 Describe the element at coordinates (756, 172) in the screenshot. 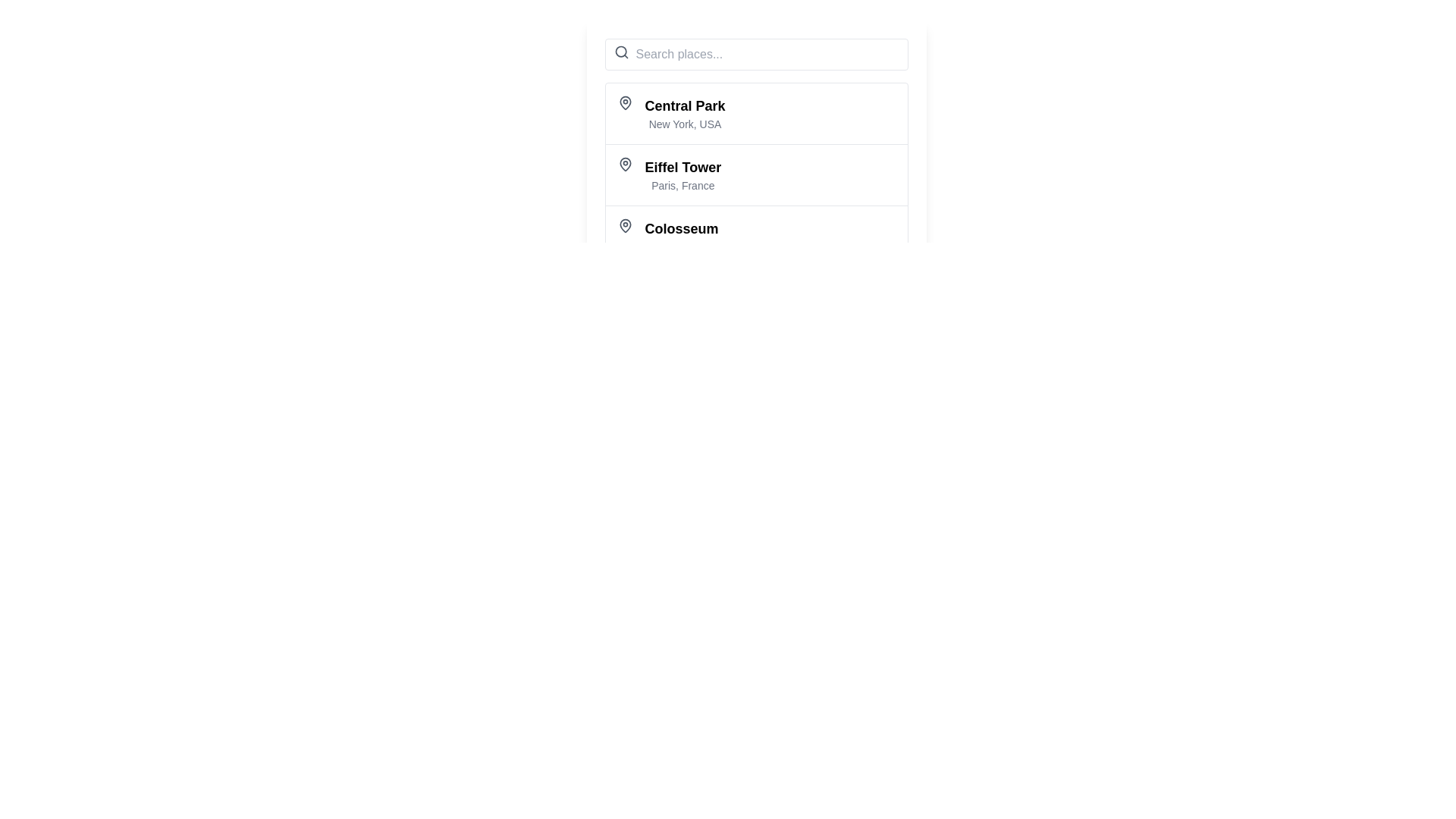

I see `the selectable list item representing the 'Eiffel Tower' location` at that location.